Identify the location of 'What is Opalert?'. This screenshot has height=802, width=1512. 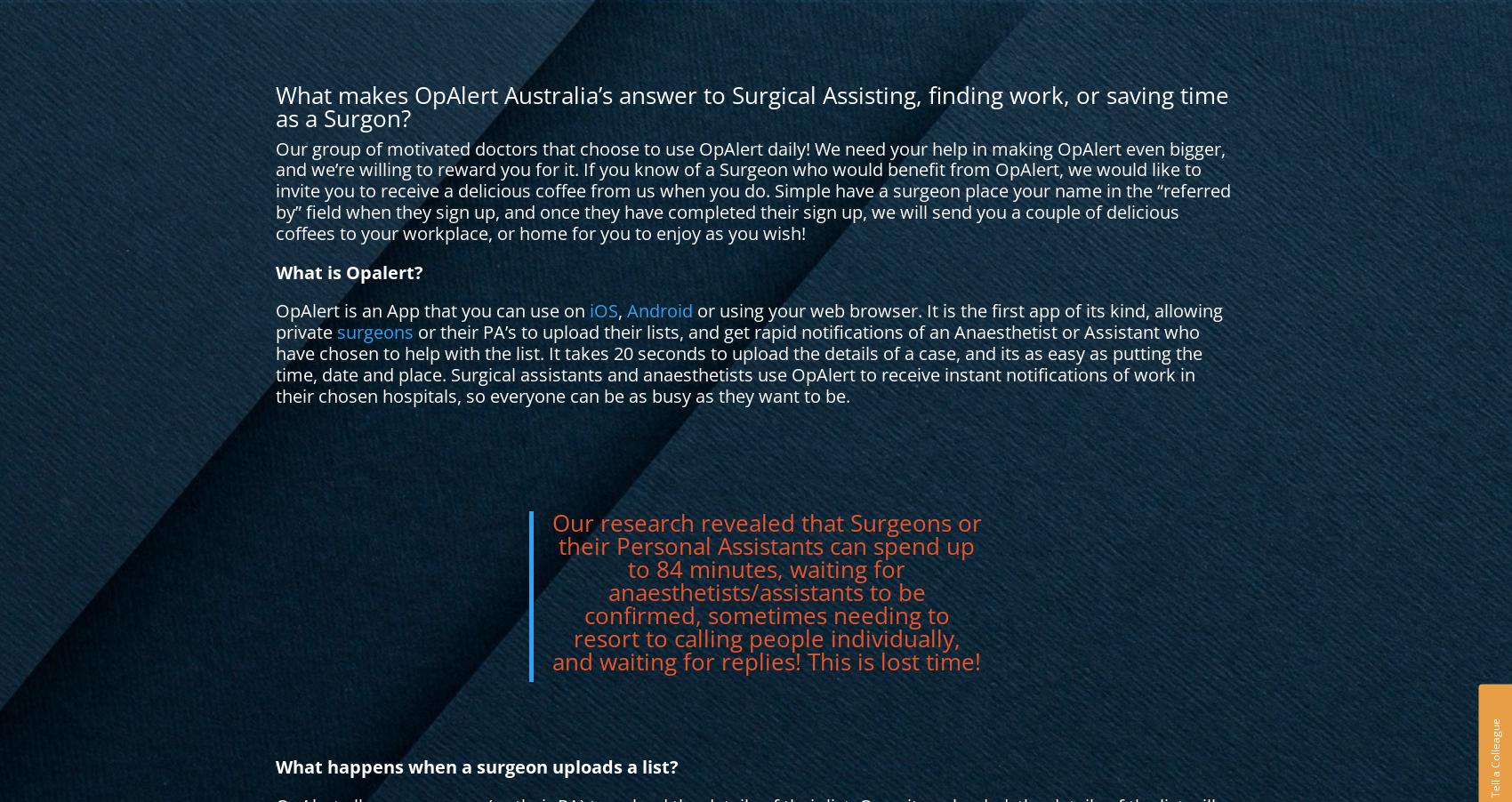
(349, 270).